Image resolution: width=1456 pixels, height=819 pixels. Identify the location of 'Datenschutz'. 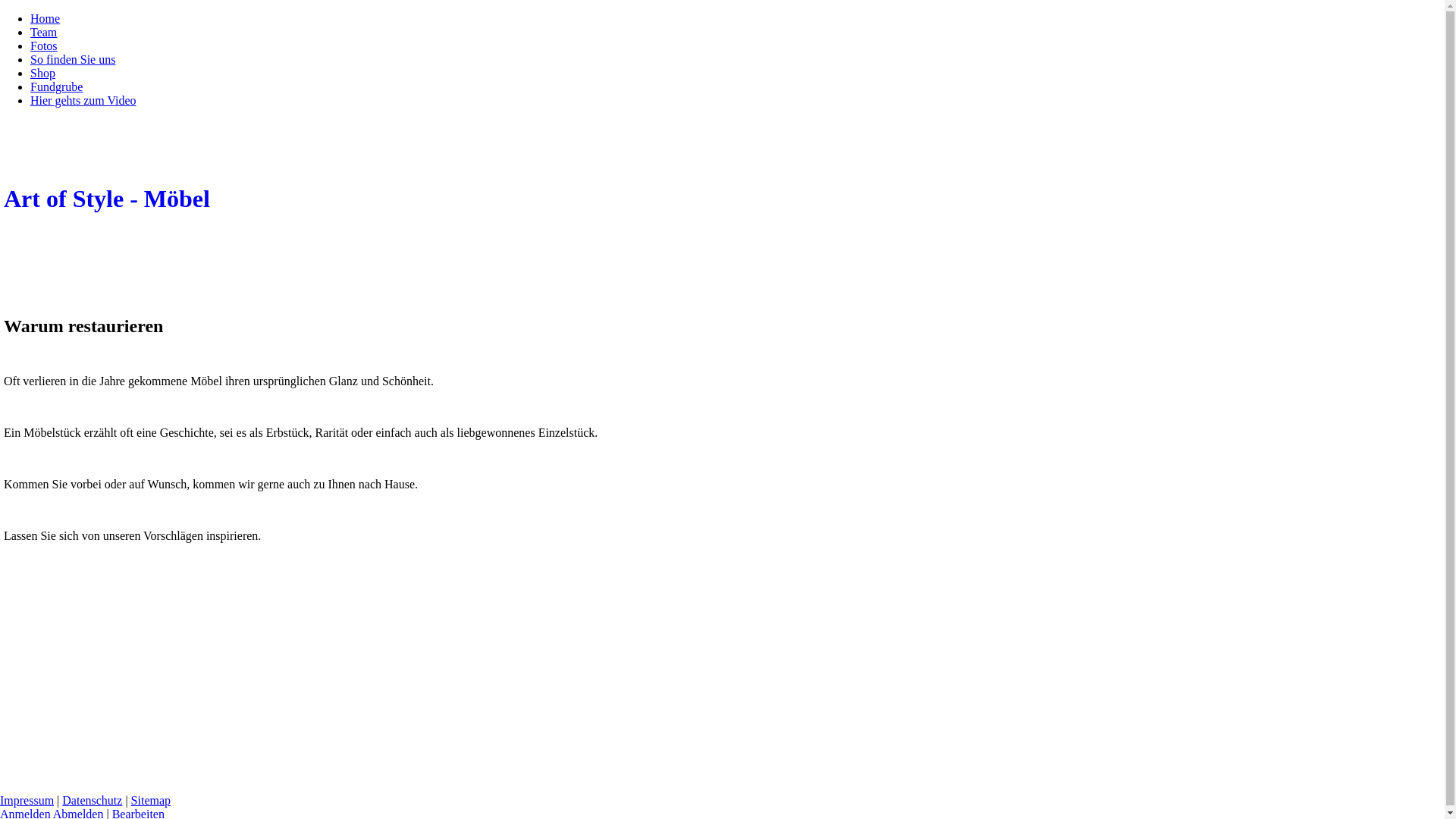
(91, 799).